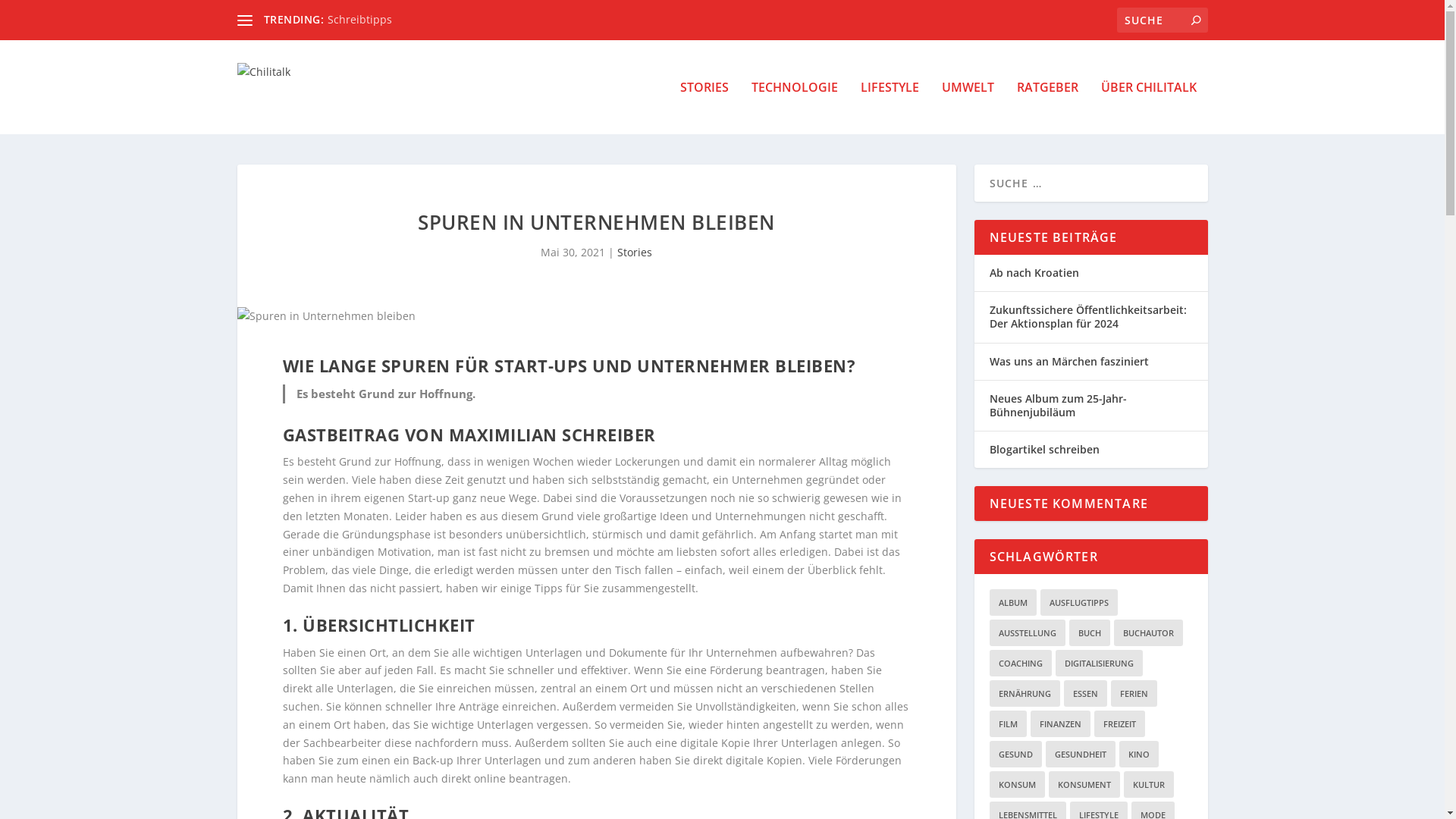  What do you see at coordinates (1084, 693) in the screenshot?
I see `'ESSEN'` at bounding box center [1084, 693].